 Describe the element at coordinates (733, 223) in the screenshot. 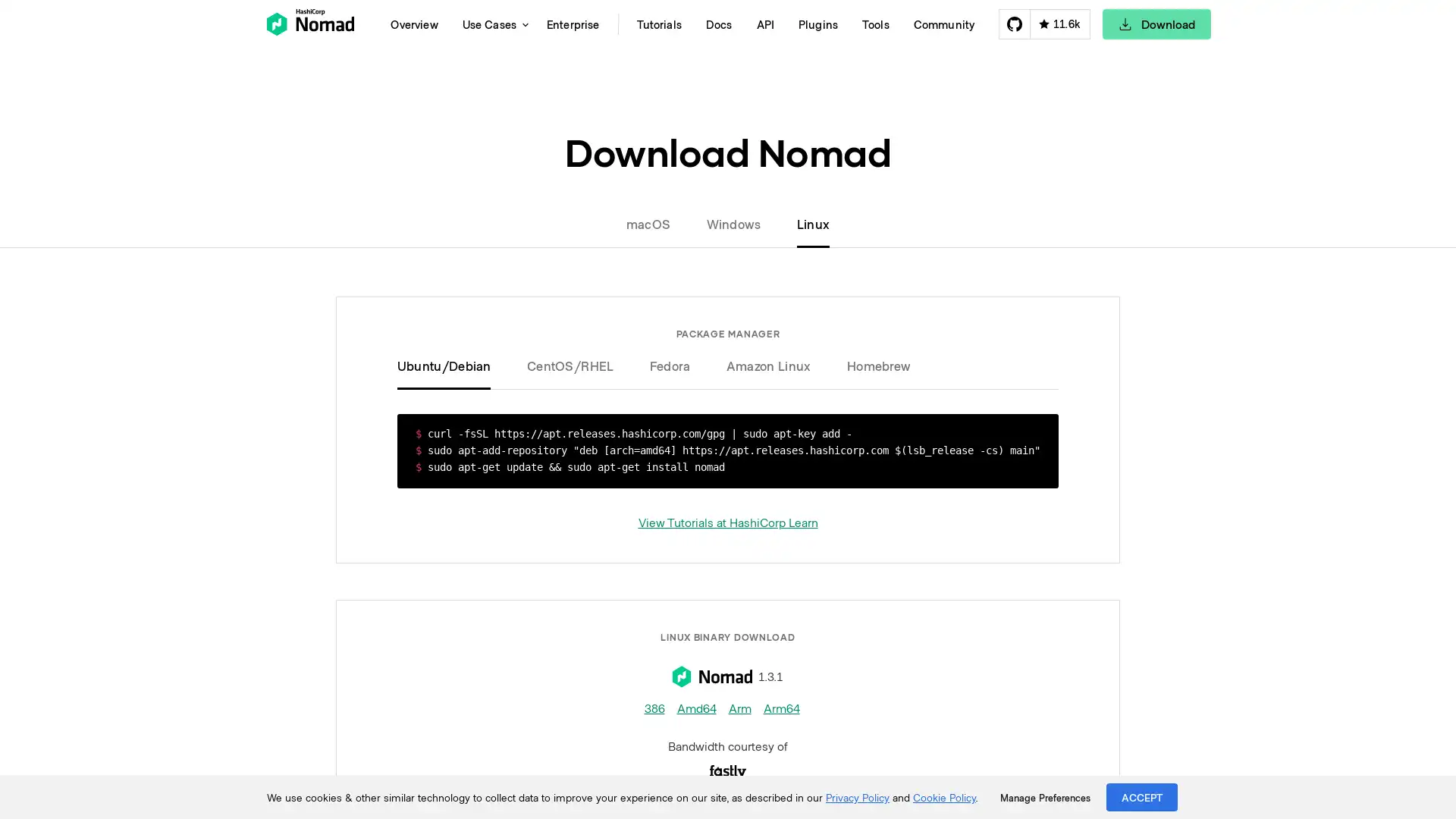

I see `Windows` at that location.